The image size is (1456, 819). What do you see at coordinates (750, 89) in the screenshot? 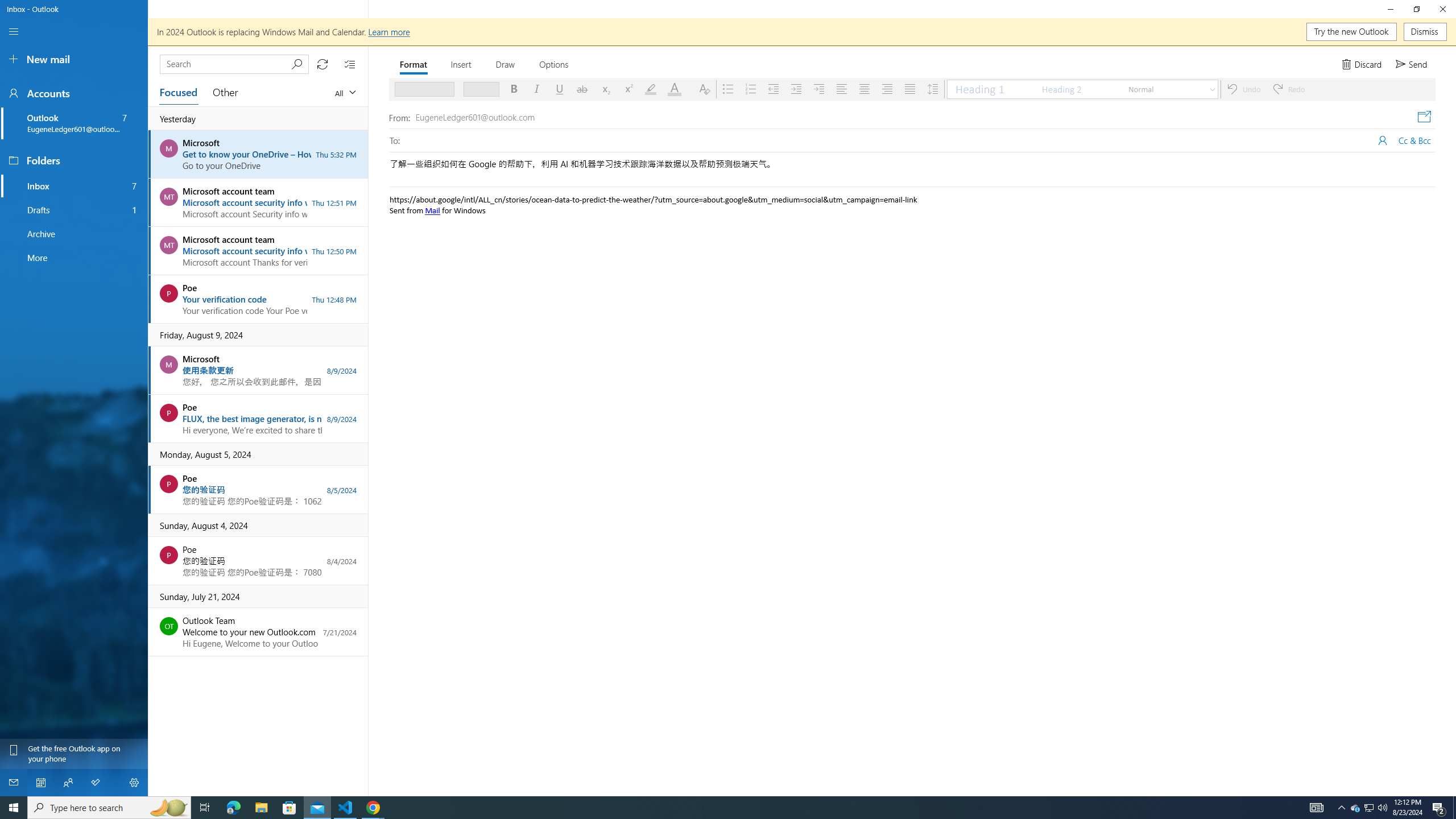
I see `'Numbering'` at bounding box center [750, 89].